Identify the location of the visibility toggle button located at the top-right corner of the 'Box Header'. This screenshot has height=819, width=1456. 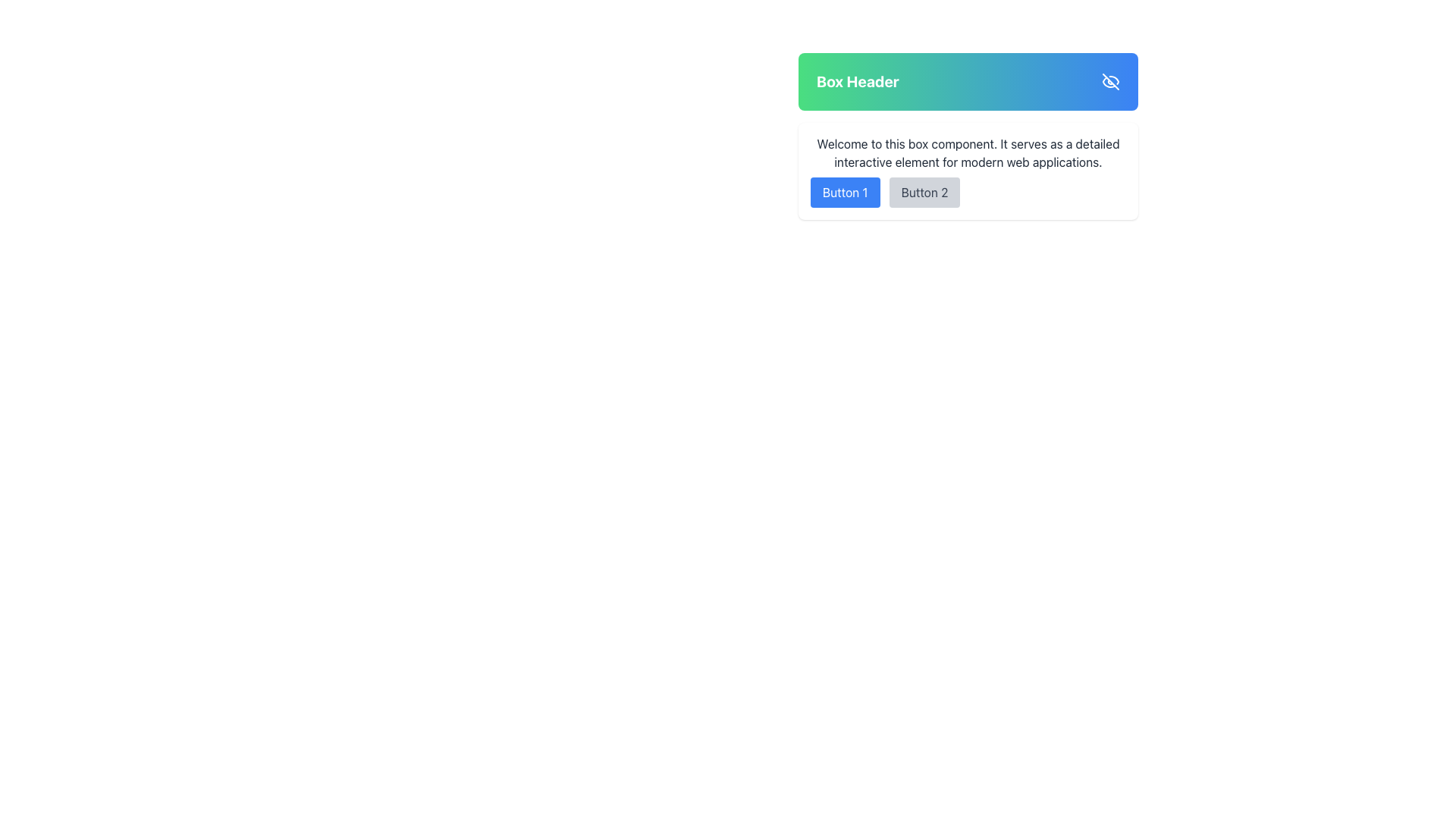
(1110, 82).